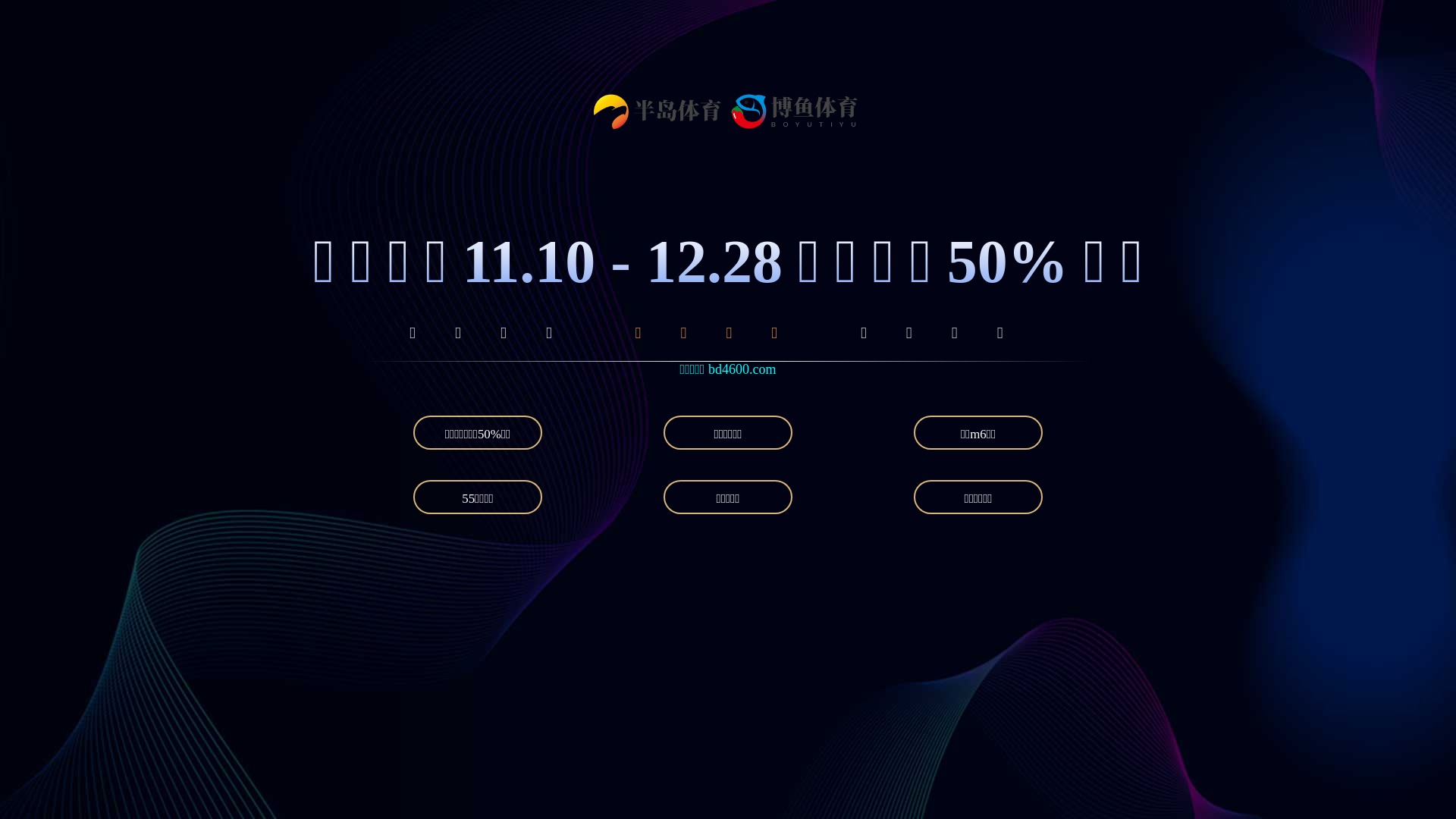 This screenshot has width=1456, height=819. Describe the element at coordinates (1075, 54) in the screenshot. I see `'EN'` at that location.